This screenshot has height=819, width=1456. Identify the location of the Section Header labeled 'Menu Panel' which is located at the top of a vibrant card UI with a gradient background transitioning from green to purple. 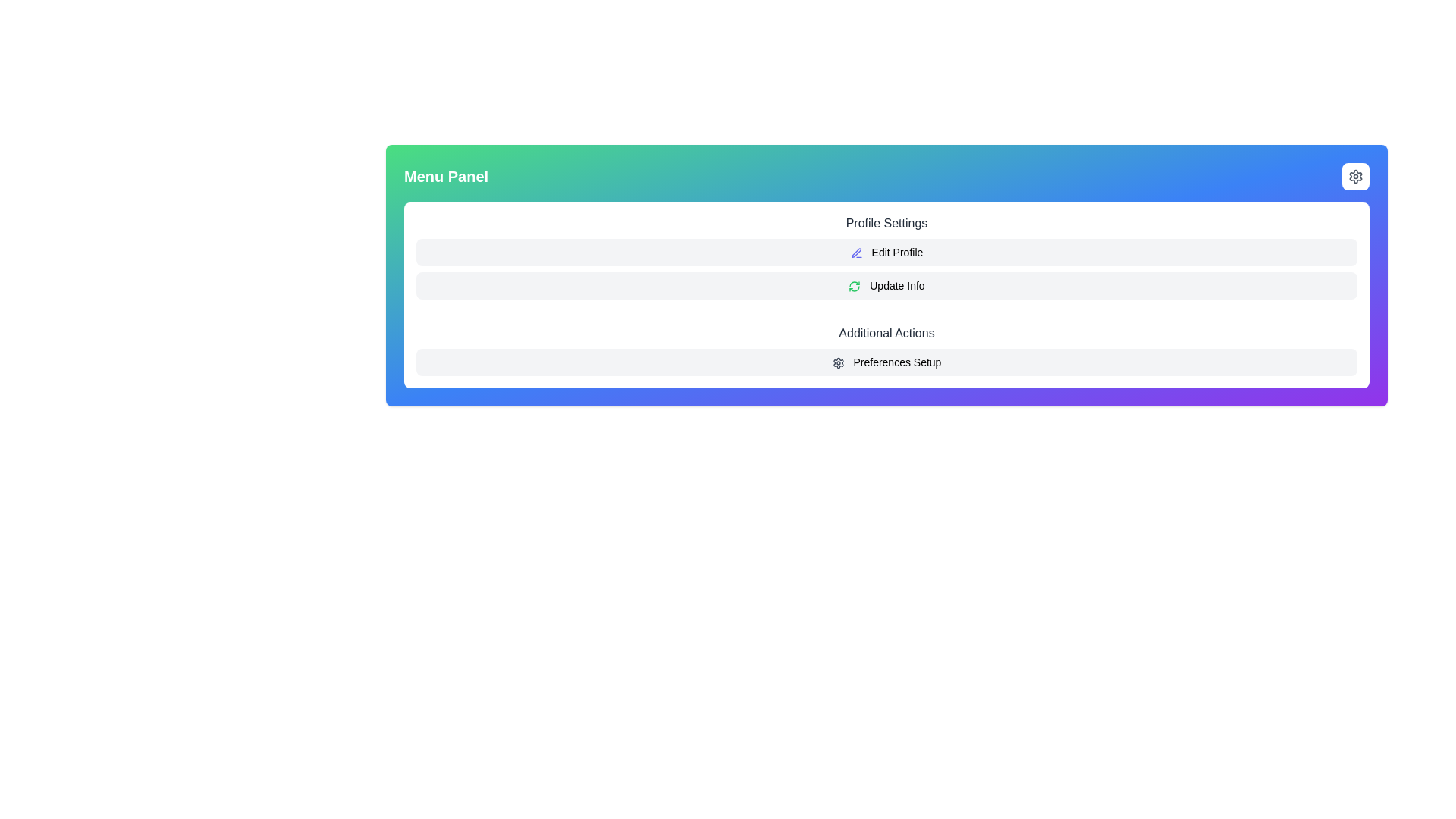
(886, 175).